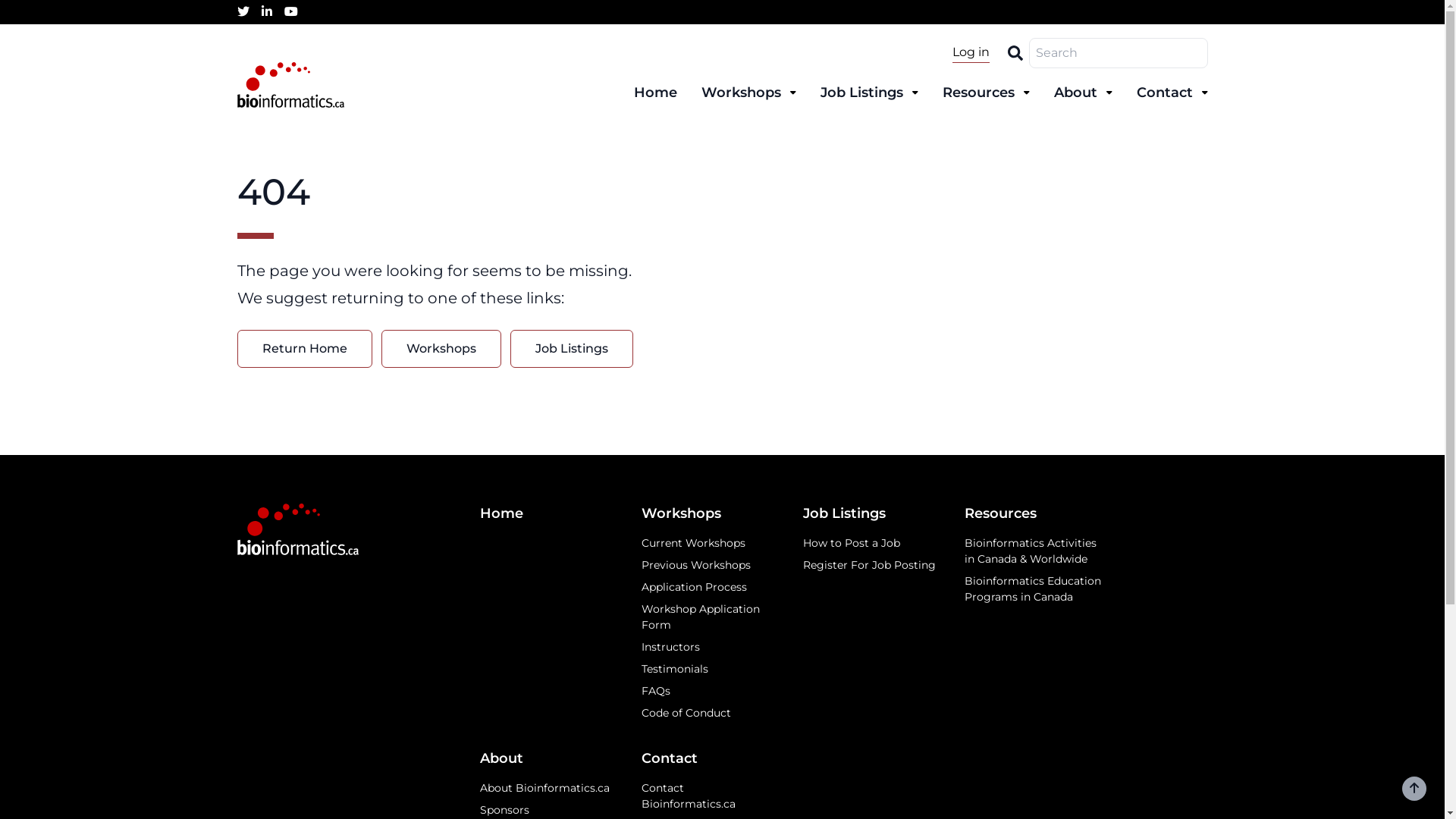 Image resolution: width=1456 pixels, height=819 pixels. I want to click on 'Instructors', so click(710, 647).